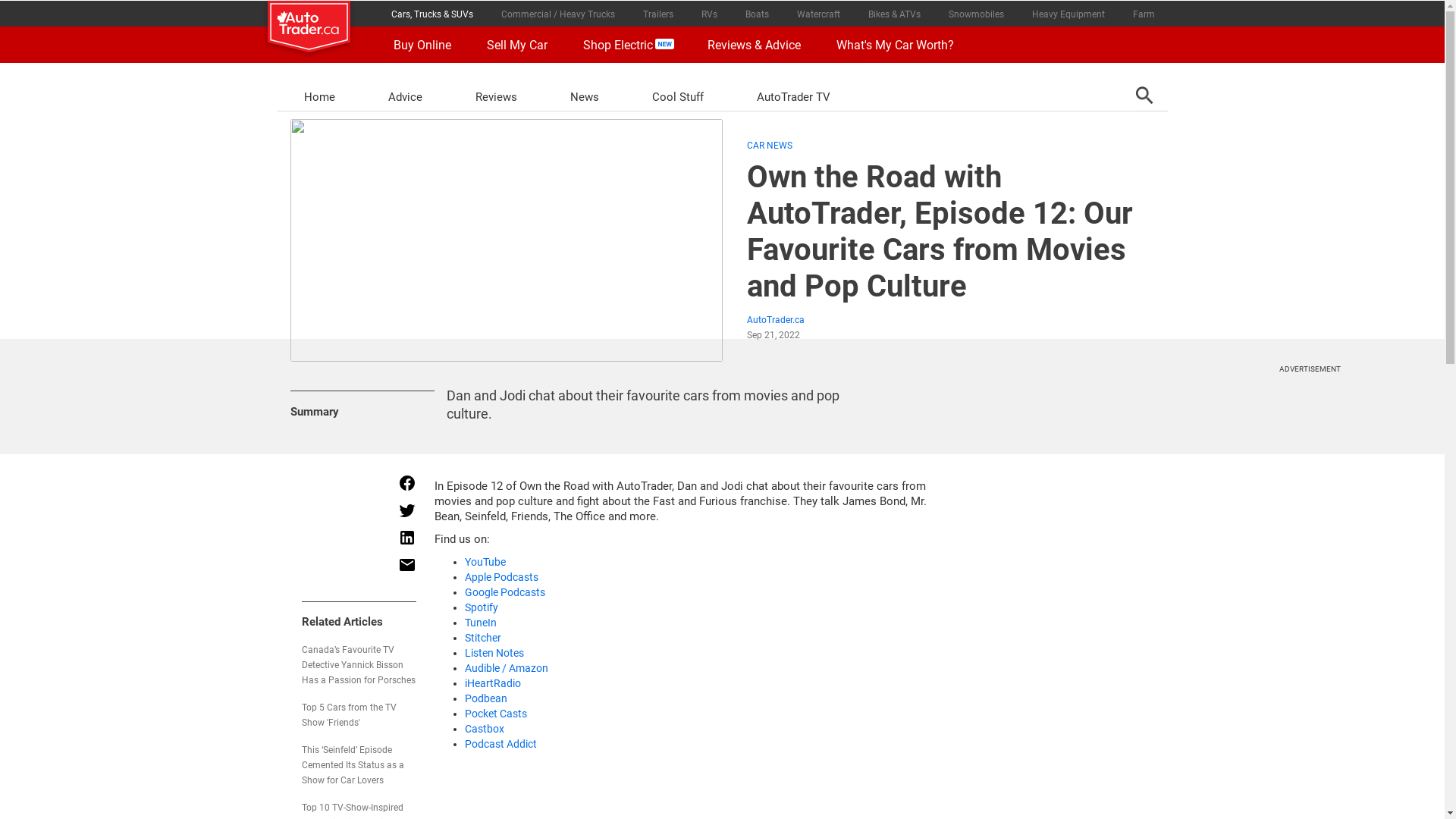 The width and height of the screenshot is (1456, 819). What do you see at coordinates (463, 576) in the screenshot?
I see `'Apple Podcasts'` at bounding box center [463, 576].